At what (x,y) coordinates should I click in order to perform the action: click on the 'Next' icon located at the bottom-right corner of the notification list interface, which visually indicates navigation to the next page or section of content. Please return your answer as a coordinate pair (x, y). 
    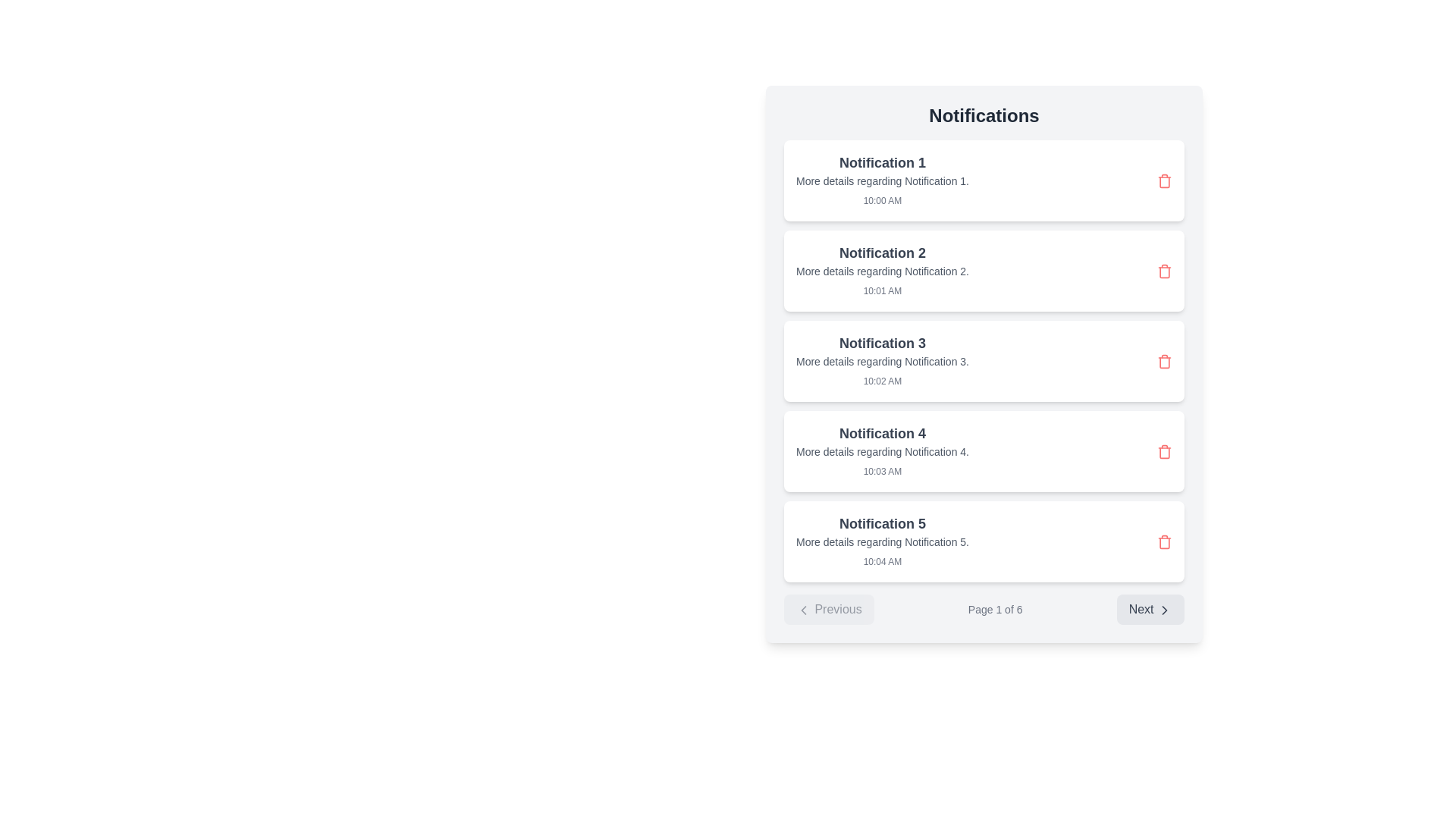
    Looking at the image, I should click on (1164, 609).